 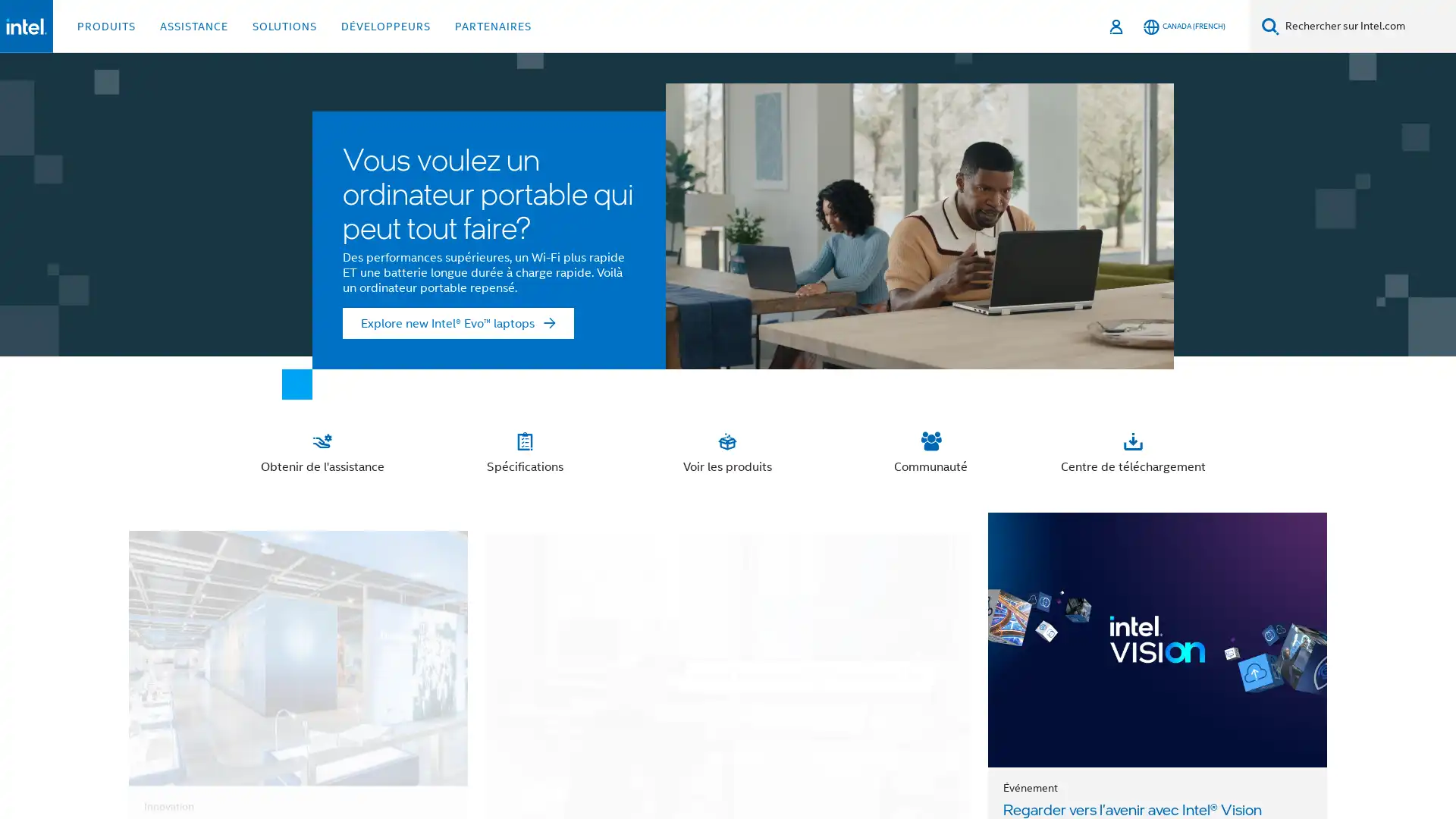 I want to click on Canada (French), so click(x=1183, y=26).